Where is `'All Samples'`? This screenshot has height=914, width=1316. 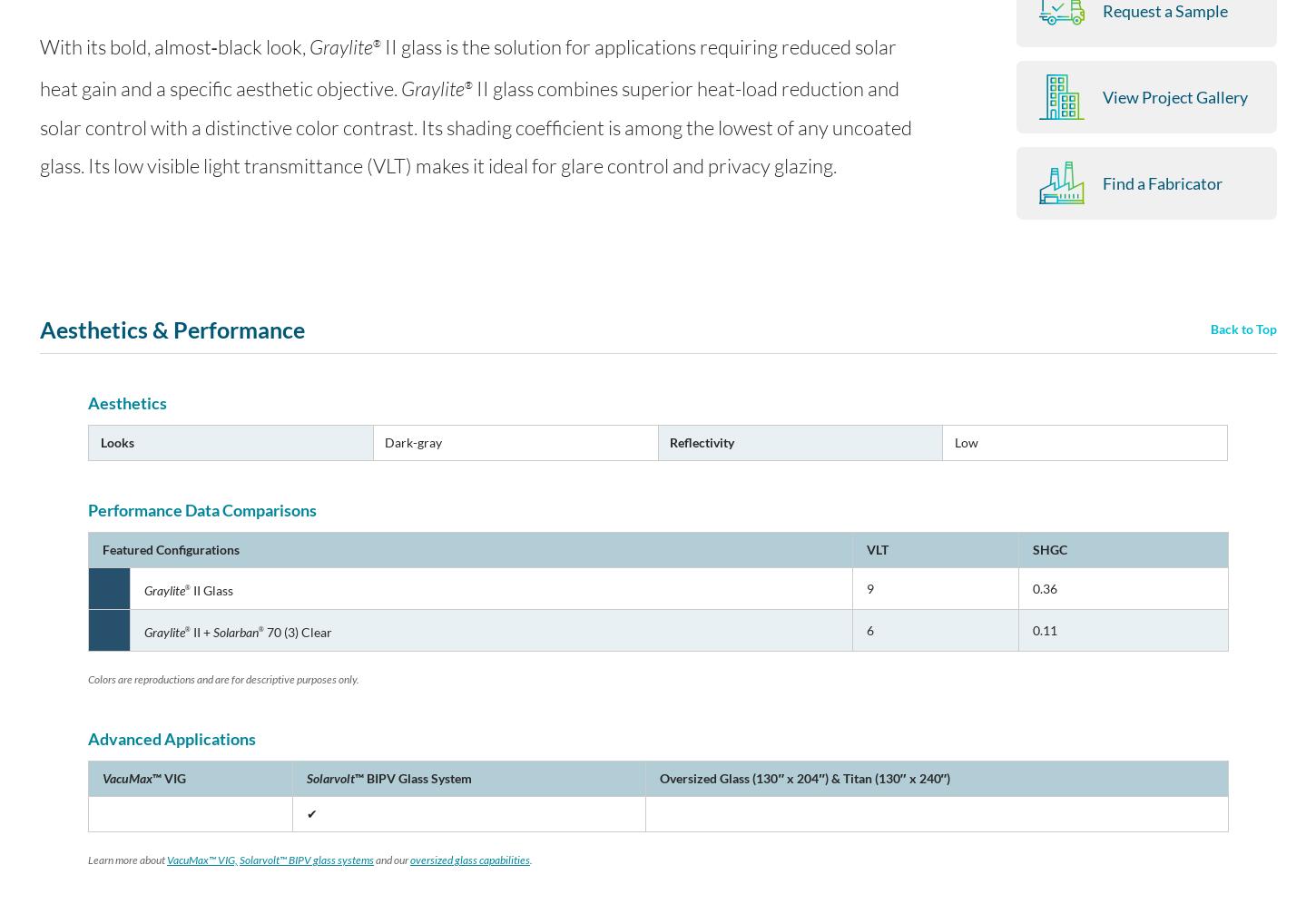
'All Samples' is located at coordinates (1011, 261).